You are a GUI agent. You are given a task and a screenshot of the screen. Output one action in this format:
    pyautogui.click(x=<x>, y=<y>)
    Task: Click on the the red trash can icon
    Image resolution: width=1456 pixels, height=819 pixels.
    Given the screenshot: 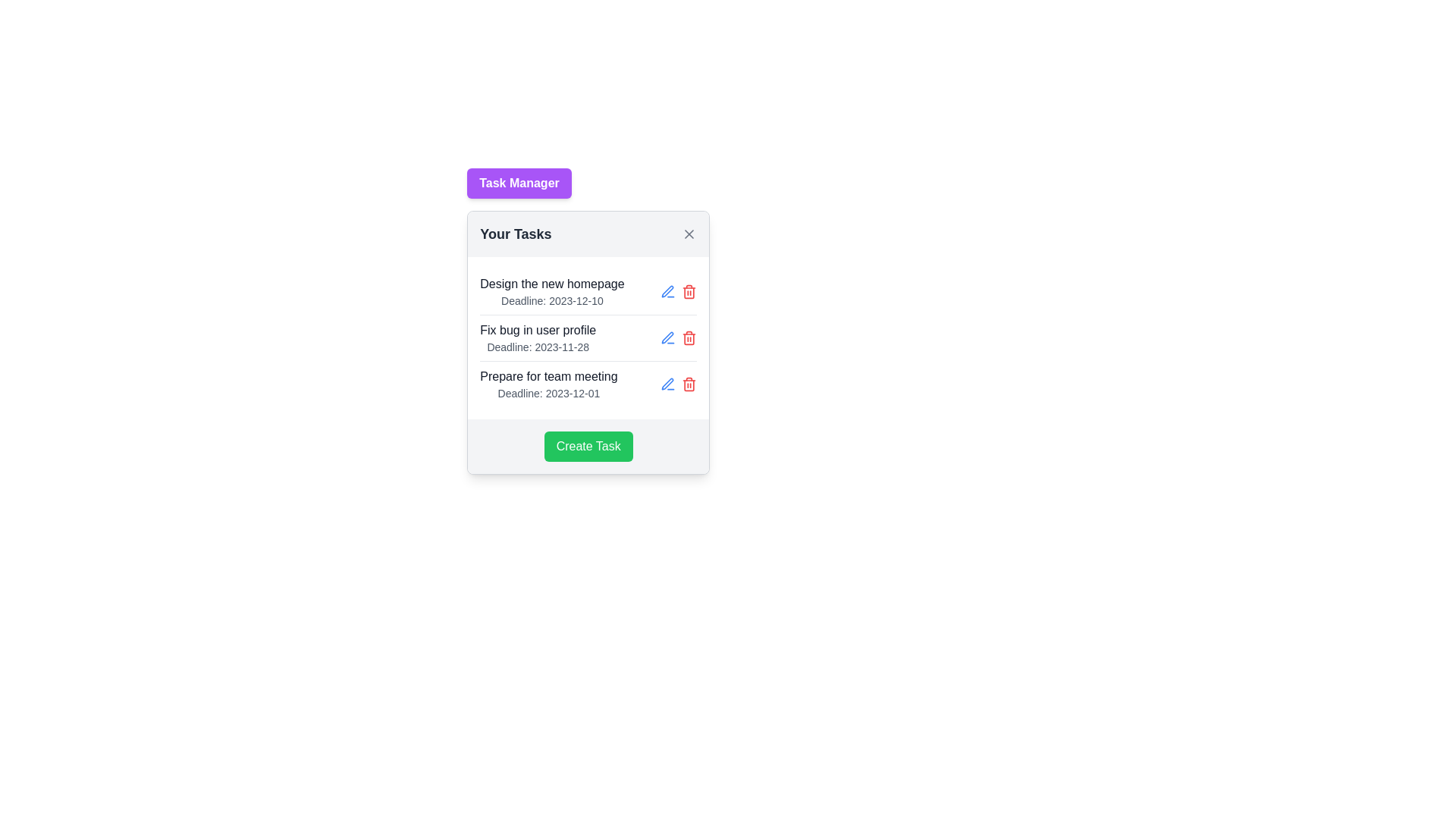 What is the action you would take?
    pyautogui.click(x=678, y=383)
    